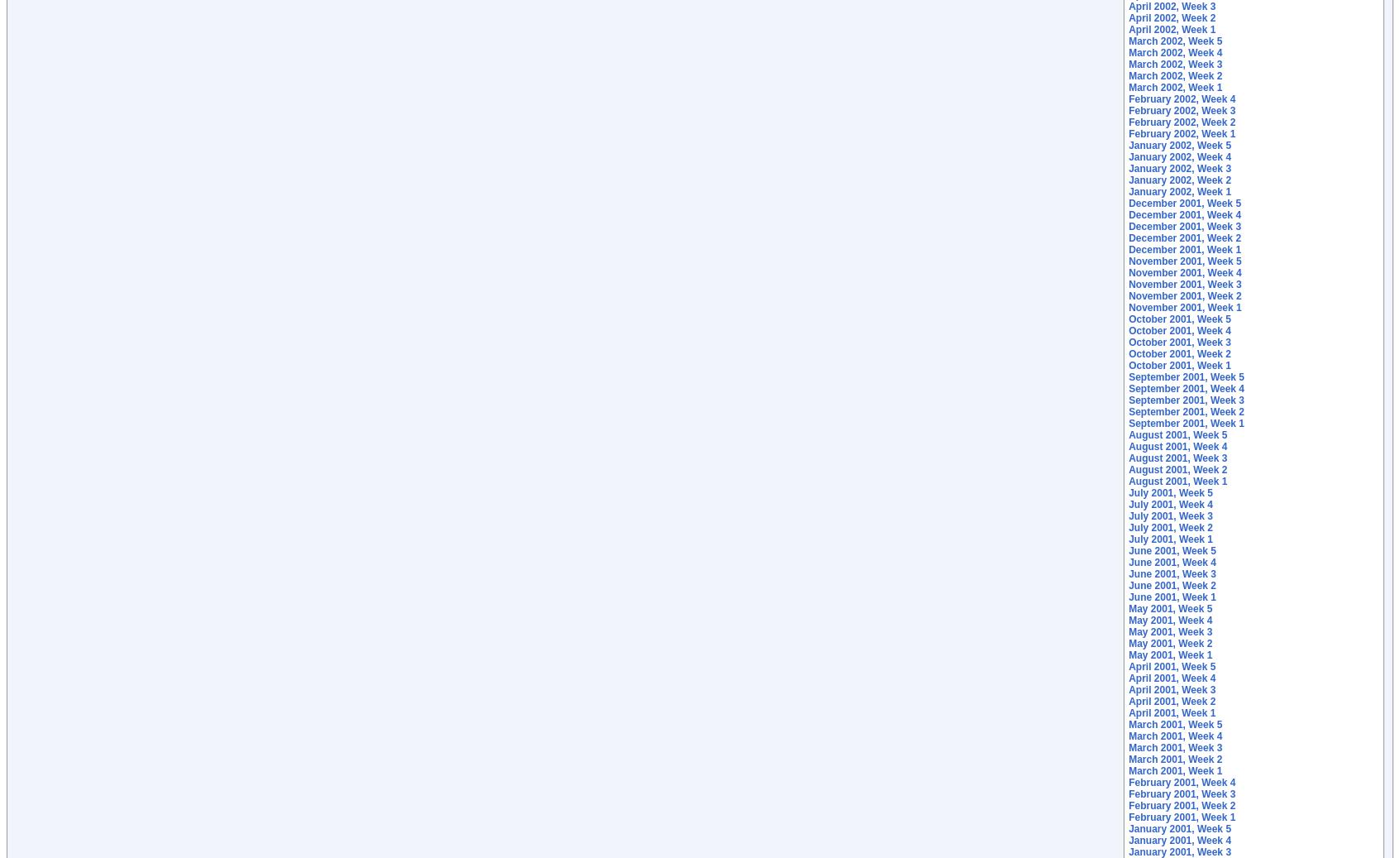  What do you see at coordinates (1174, 759) in the screenshot?
I see `'March 2001, Week 2'` at bounding box center [1174, 759].